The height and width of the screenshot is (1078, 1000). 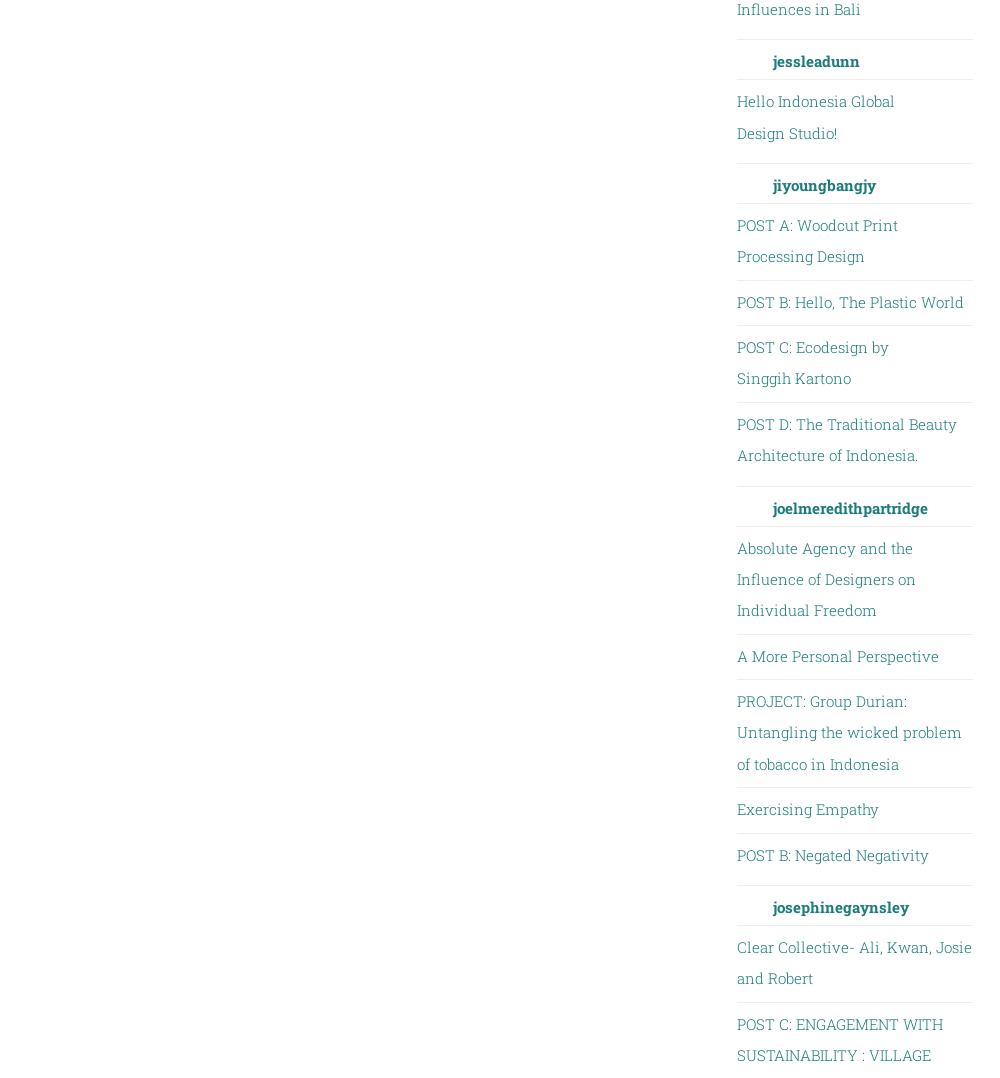 I want to click on 'joelmeredithpartridge', so click(x=848, y=506).